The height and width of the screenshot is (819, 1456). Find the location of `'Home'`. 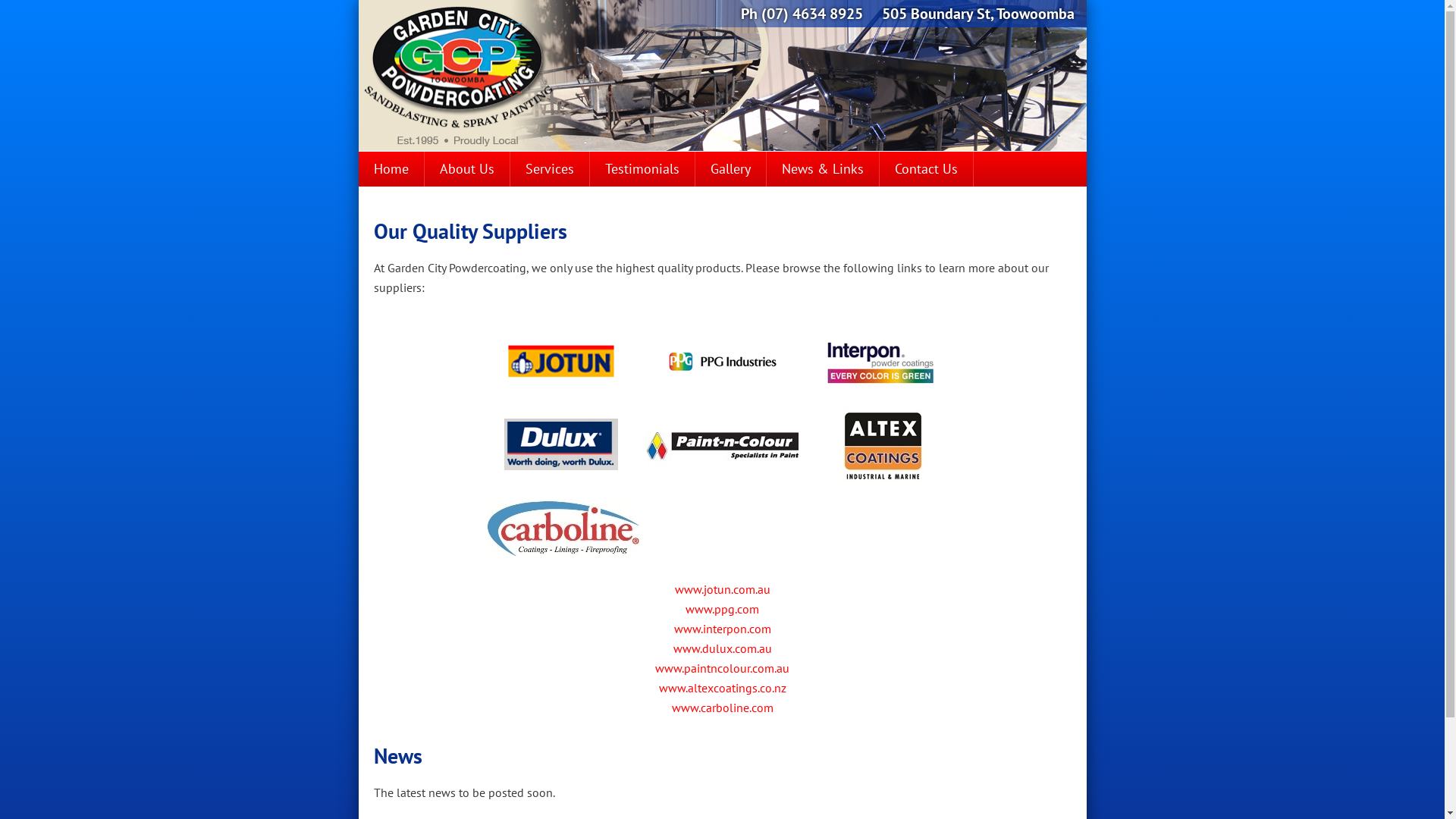

'Home' is located at coordinates (356, 169).